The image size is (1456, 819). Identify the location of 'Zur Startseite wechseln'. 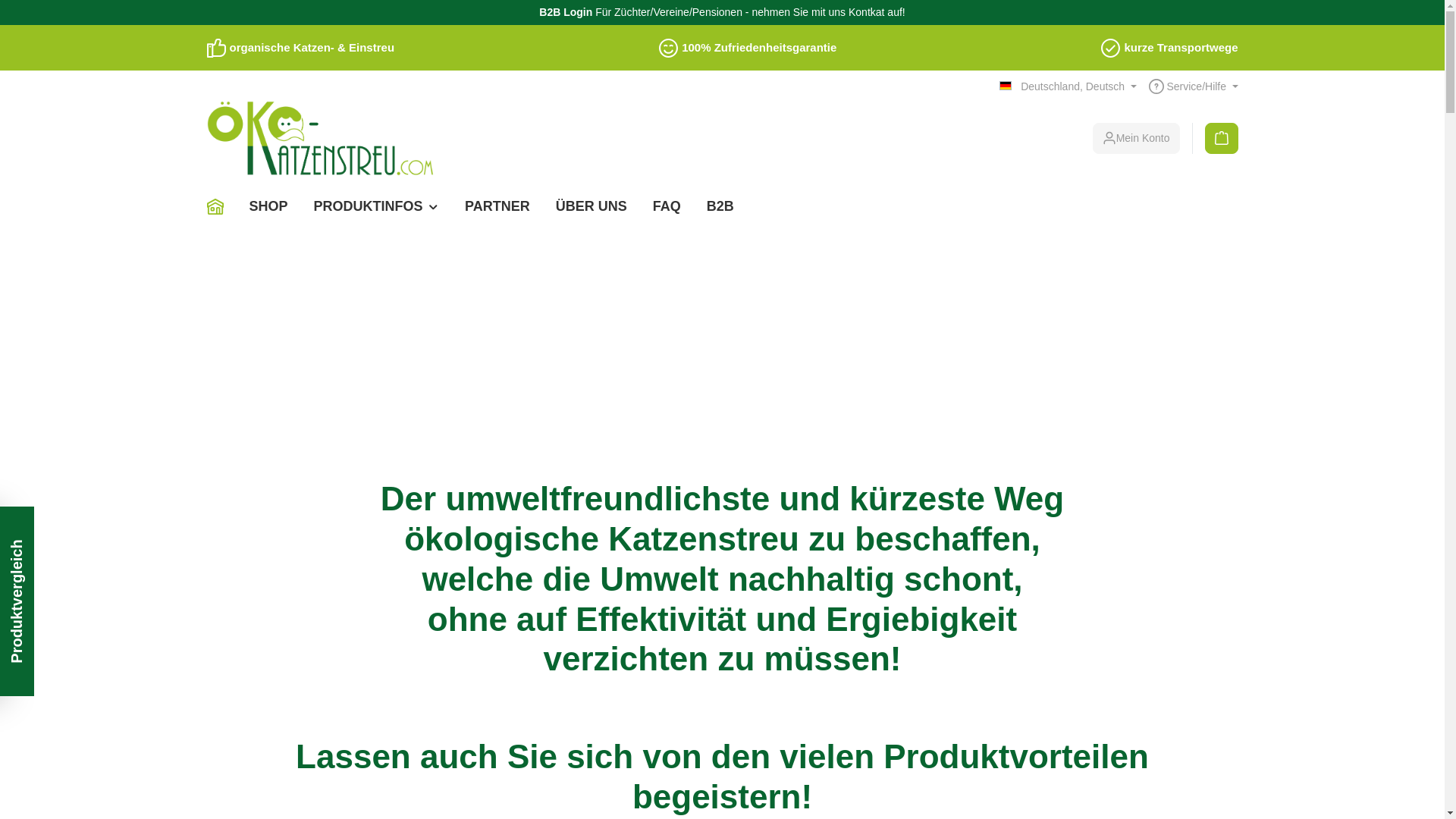
(319, 138).